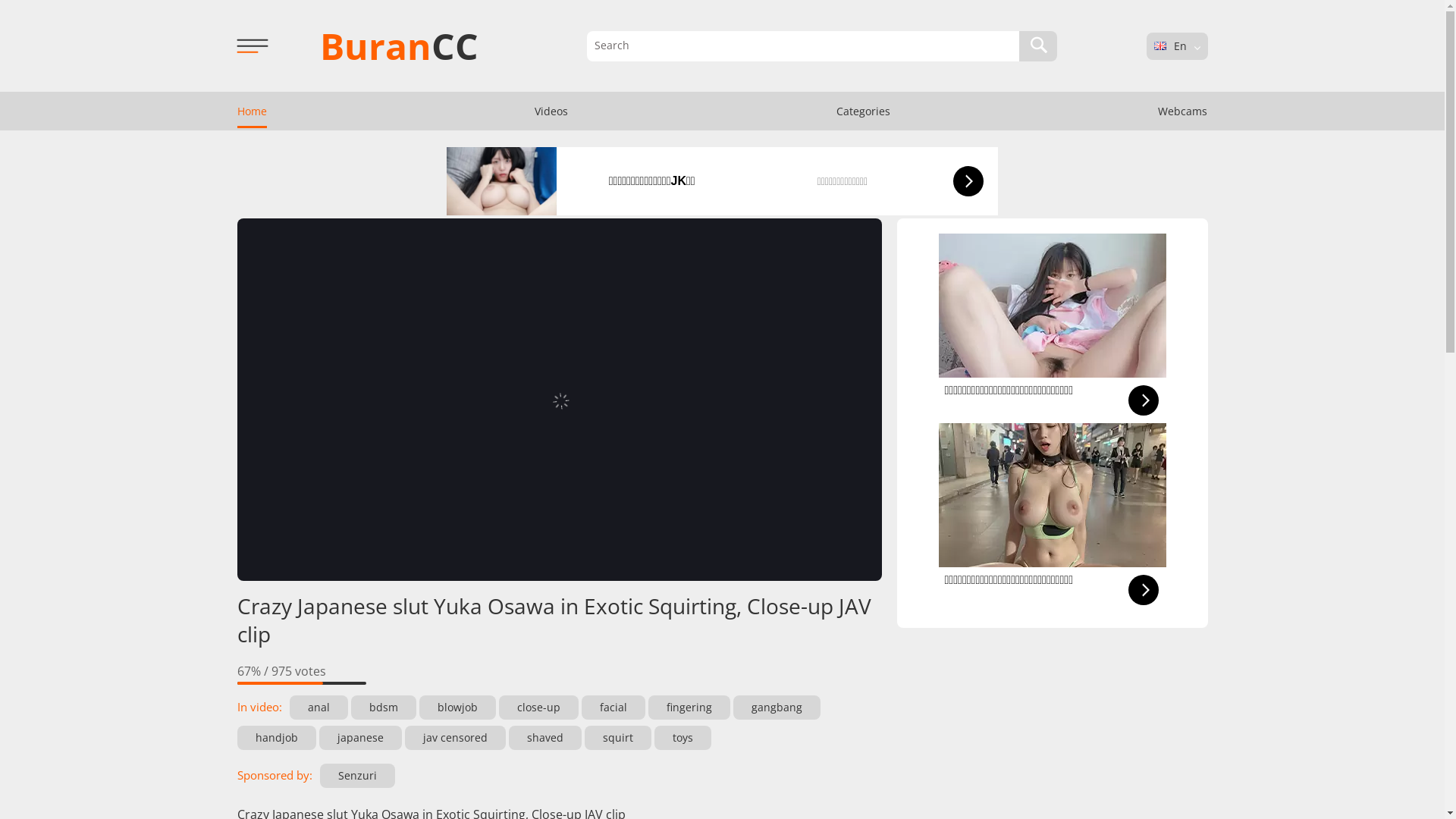  What do you see at coordinates (454, 736) in the screenshot?
I see `'jav censored'` at bounding box center [454, 736].